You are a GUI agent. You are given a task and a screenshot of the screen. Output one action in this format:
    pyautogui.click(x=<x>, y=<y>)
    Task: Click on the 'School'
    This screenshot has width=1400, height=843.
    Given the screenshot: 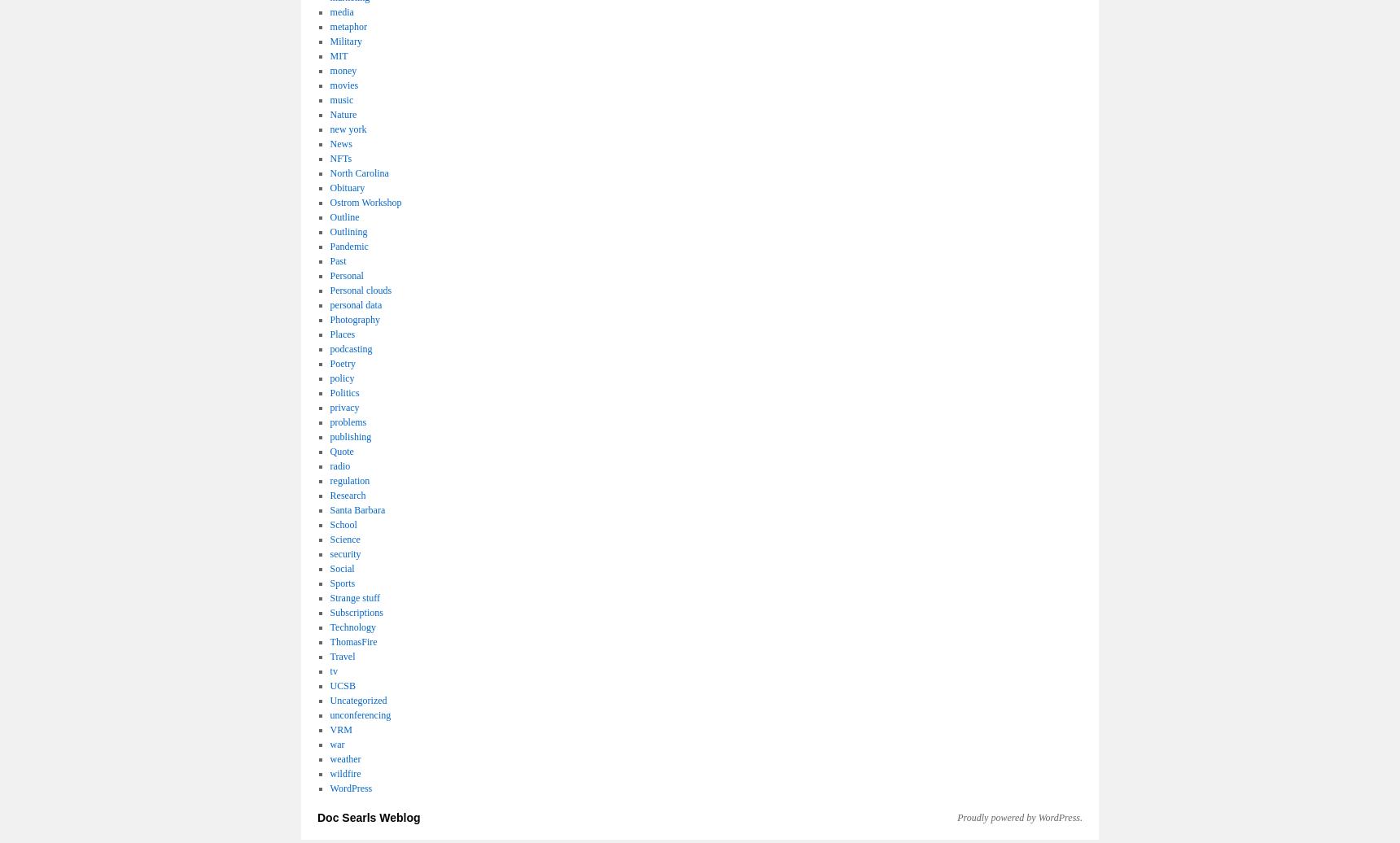 What is the action you would take?
    pyautogui.click(x=343, y=523)
    